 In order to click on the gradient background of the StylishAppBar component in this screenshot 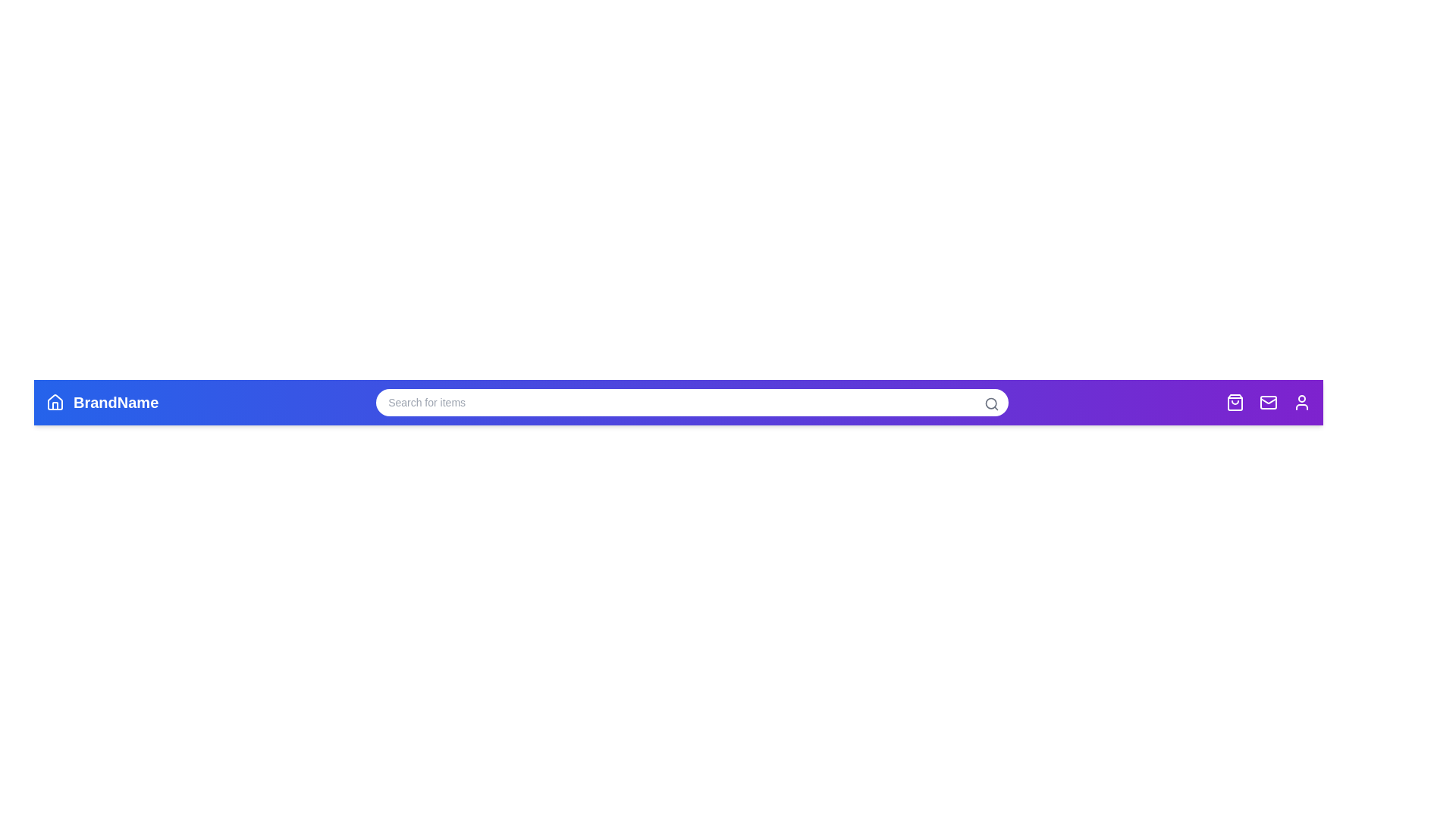, I will do `click(582, 402)`.